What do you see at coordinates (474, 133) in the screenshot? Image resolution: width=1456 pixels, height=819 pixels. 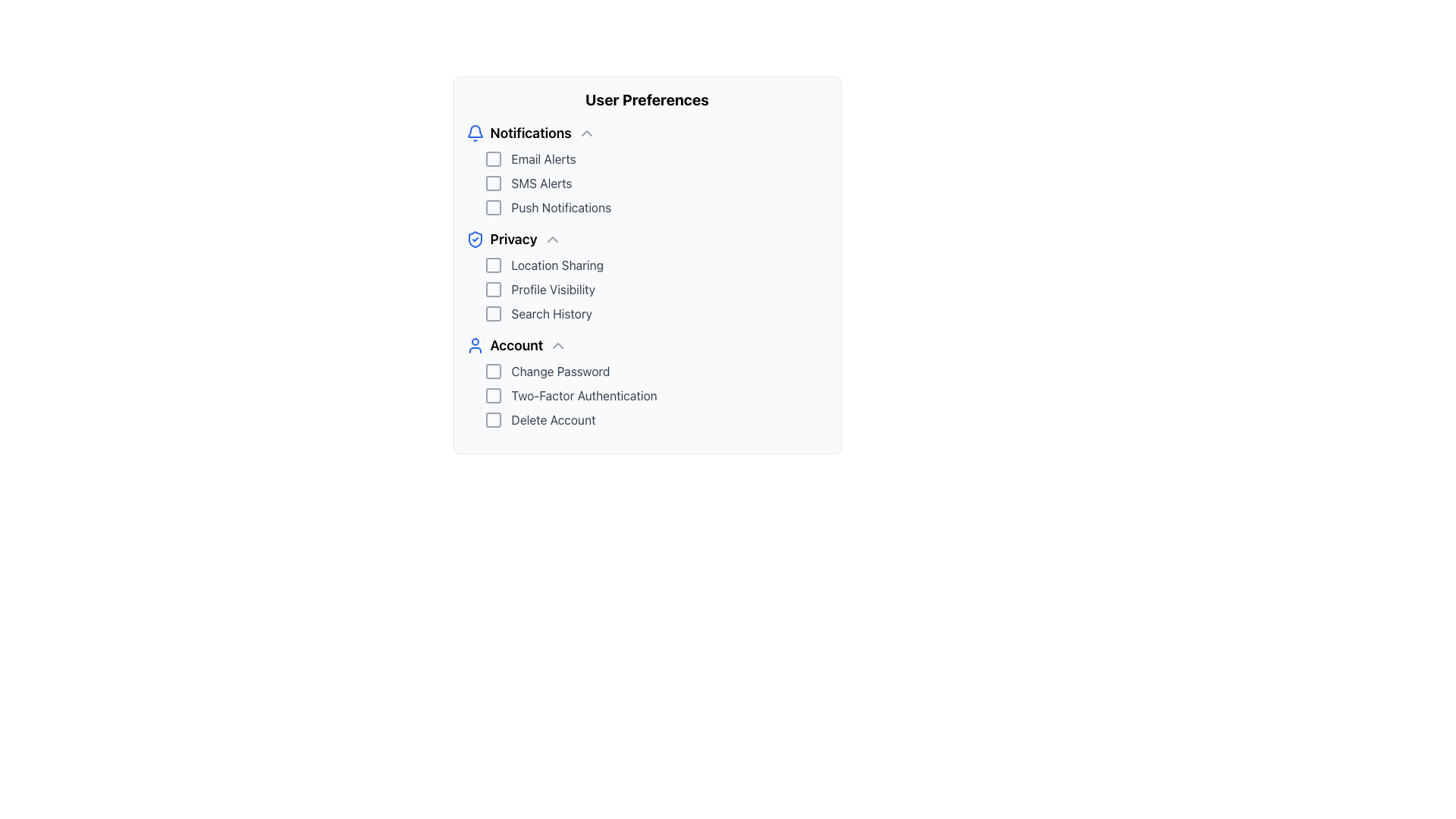 I see `the Notifications icon located to the left of the 'Notifications' text in the 'User Preferences' section` at bounding box center [474, 133].